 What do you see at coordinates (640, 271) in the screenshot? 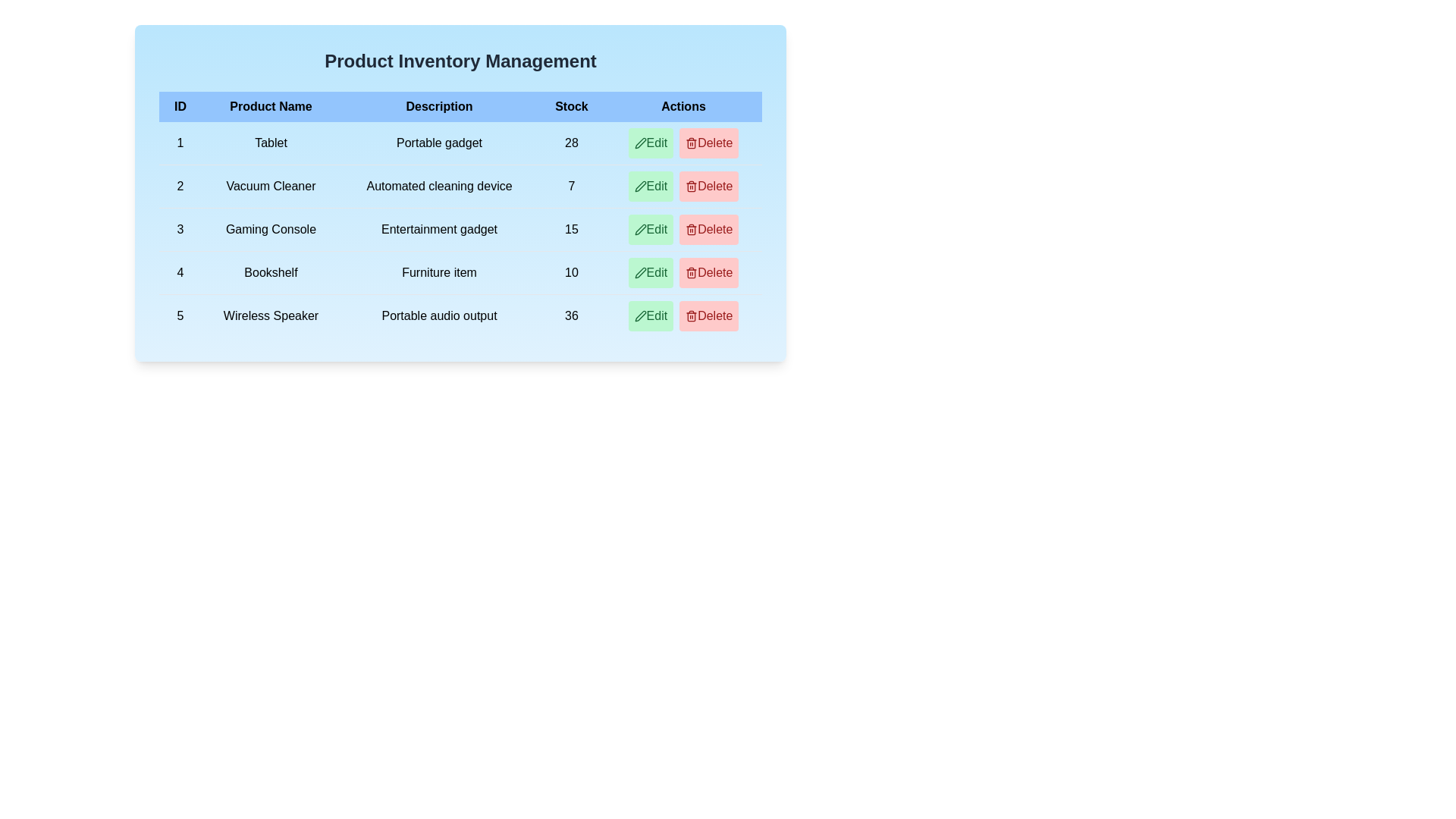
I see `the pen icon styled as an edit action, located in the fourth row of the table under the 'Actions' column` at bounding box center [640, 271].